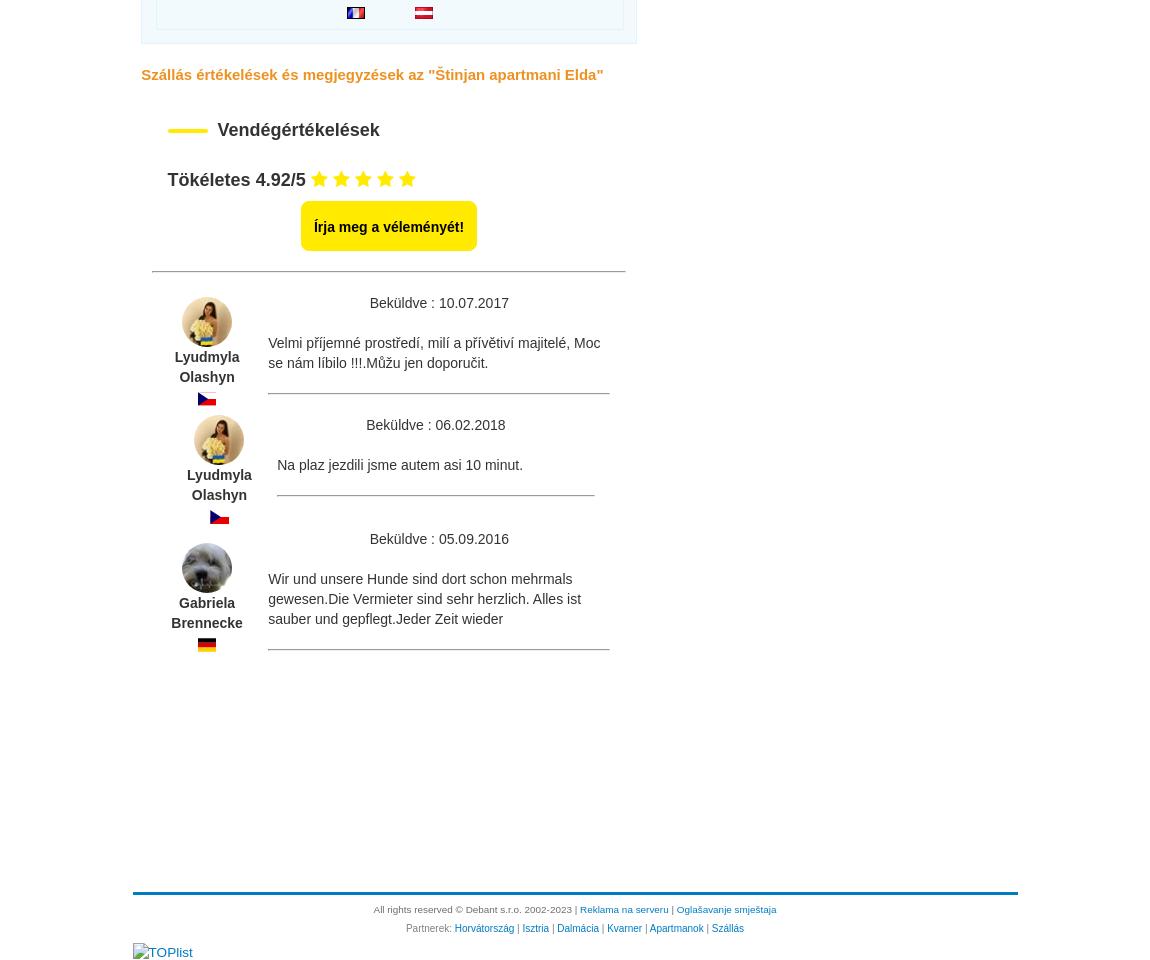 The image size is (1150, 960). Describe the element at coordinates (199, 867) in the screenshot. I see `'Kapcsolattartó személy:'` at that location.